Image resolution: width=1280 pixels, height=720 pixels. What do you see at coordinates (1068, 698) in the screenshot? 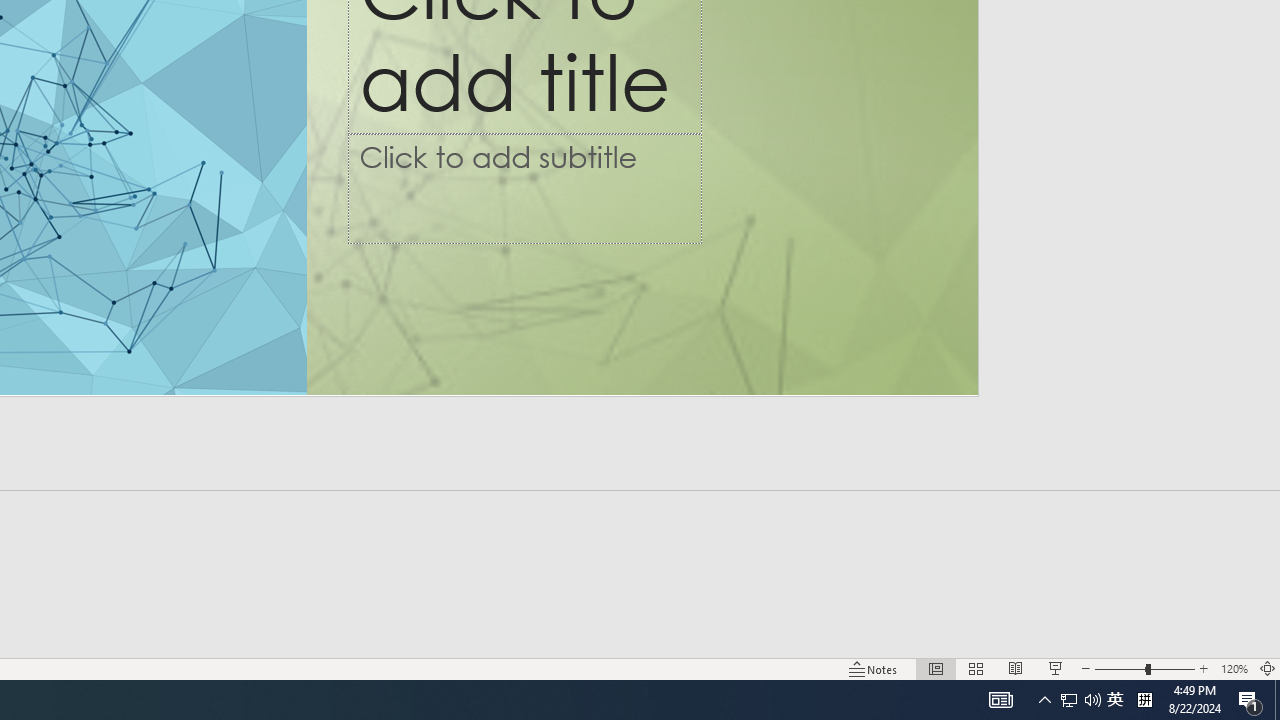
I see `'User Promoted Notification Area'` at bounding box center [1068, 698].